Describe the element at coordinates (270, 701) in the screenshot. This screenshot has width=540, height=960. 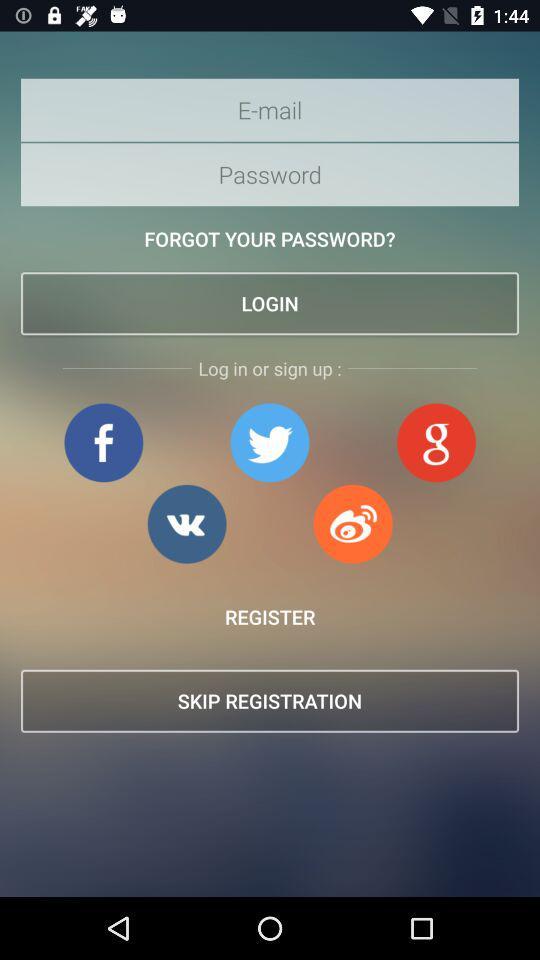
I see `icon below register icon` at that location.